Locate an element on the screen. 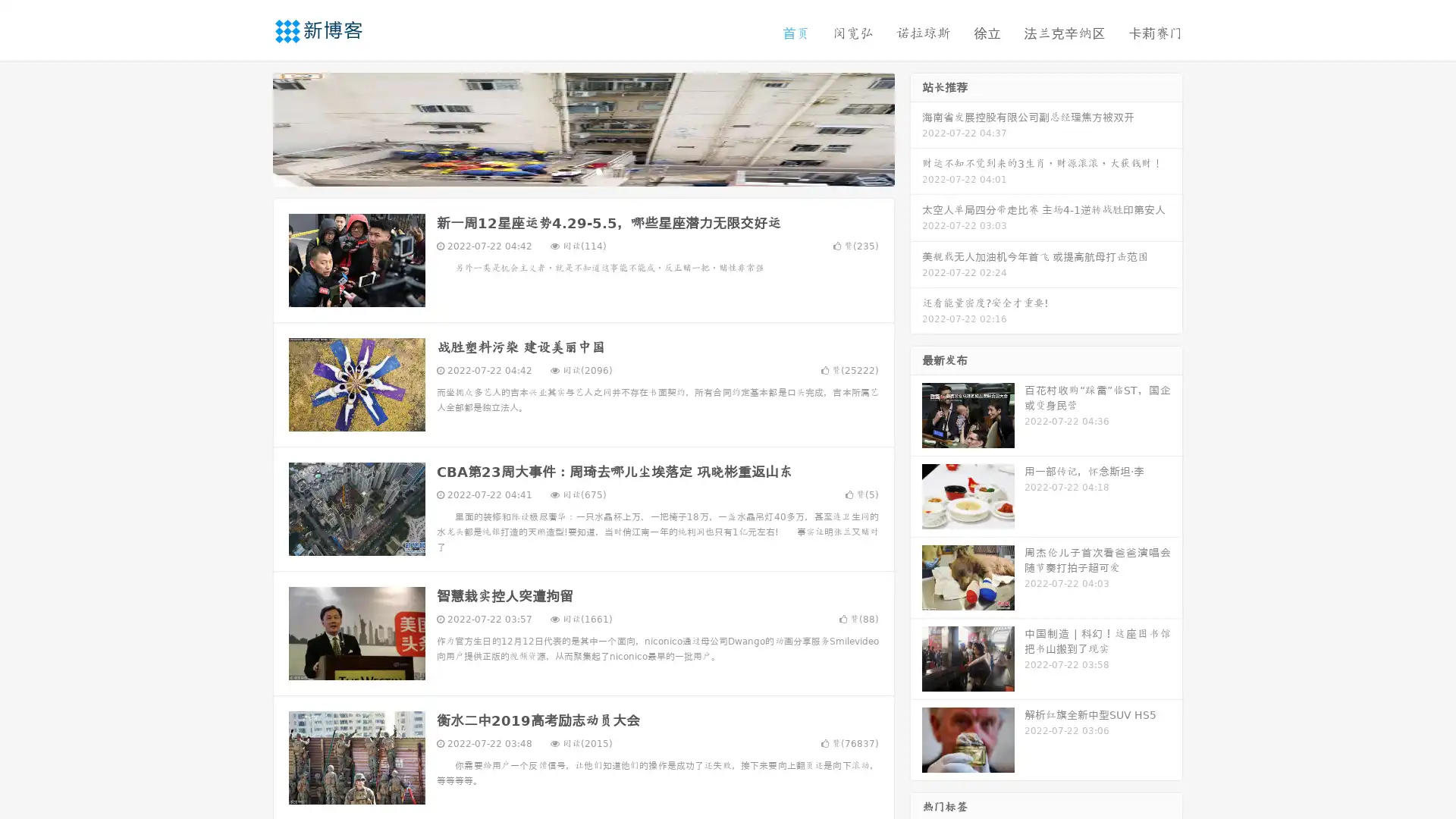  Next slide is located at coordinates (916, 127).